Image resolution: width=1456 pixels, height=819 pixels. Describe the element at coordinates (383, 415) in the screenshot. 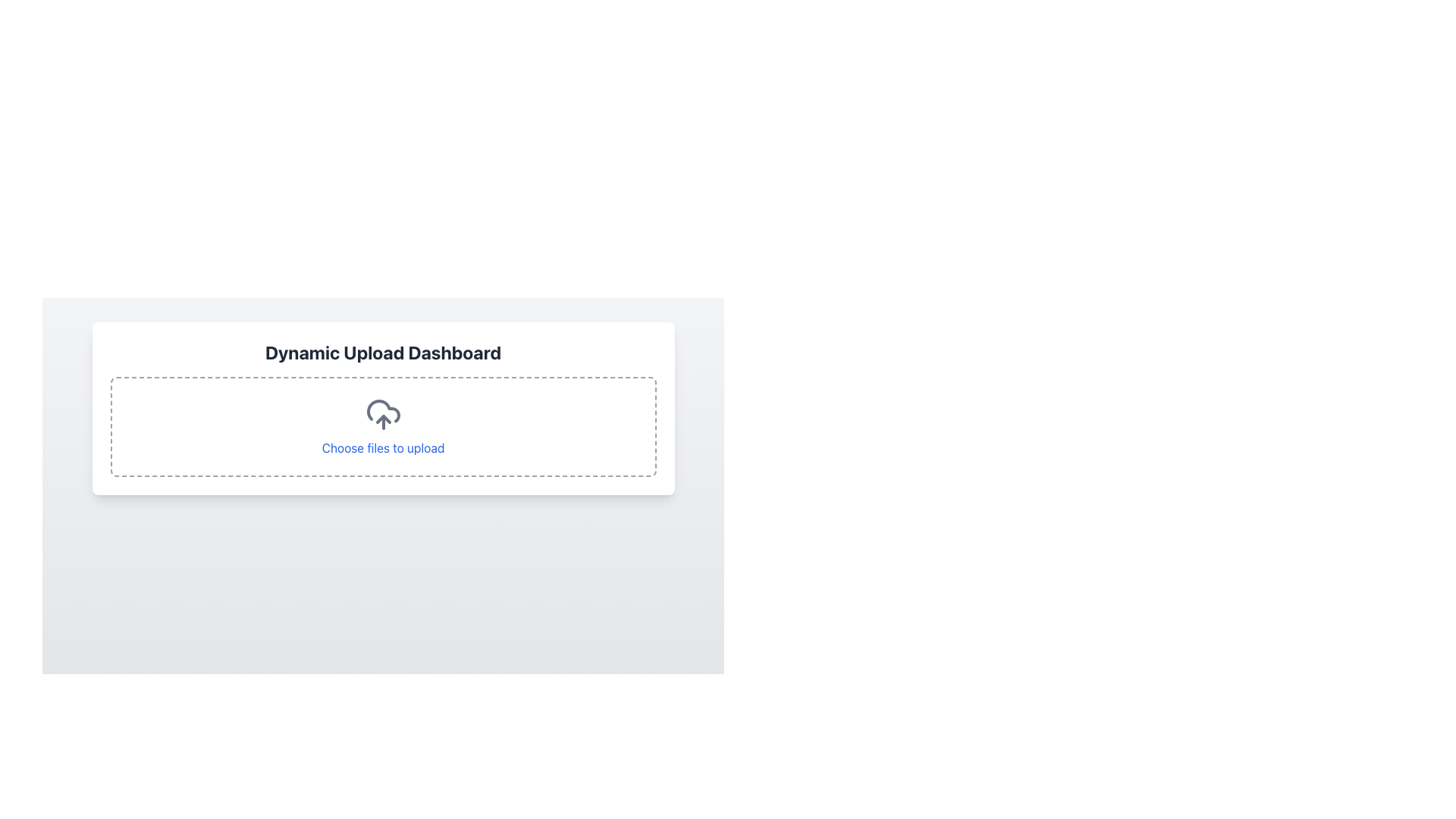

I see `the cloud icon with an upward-pointing arrow, which symbolizes an upload action, located within a dashed border box in the Dynamic Upload Dashboard` at that location.